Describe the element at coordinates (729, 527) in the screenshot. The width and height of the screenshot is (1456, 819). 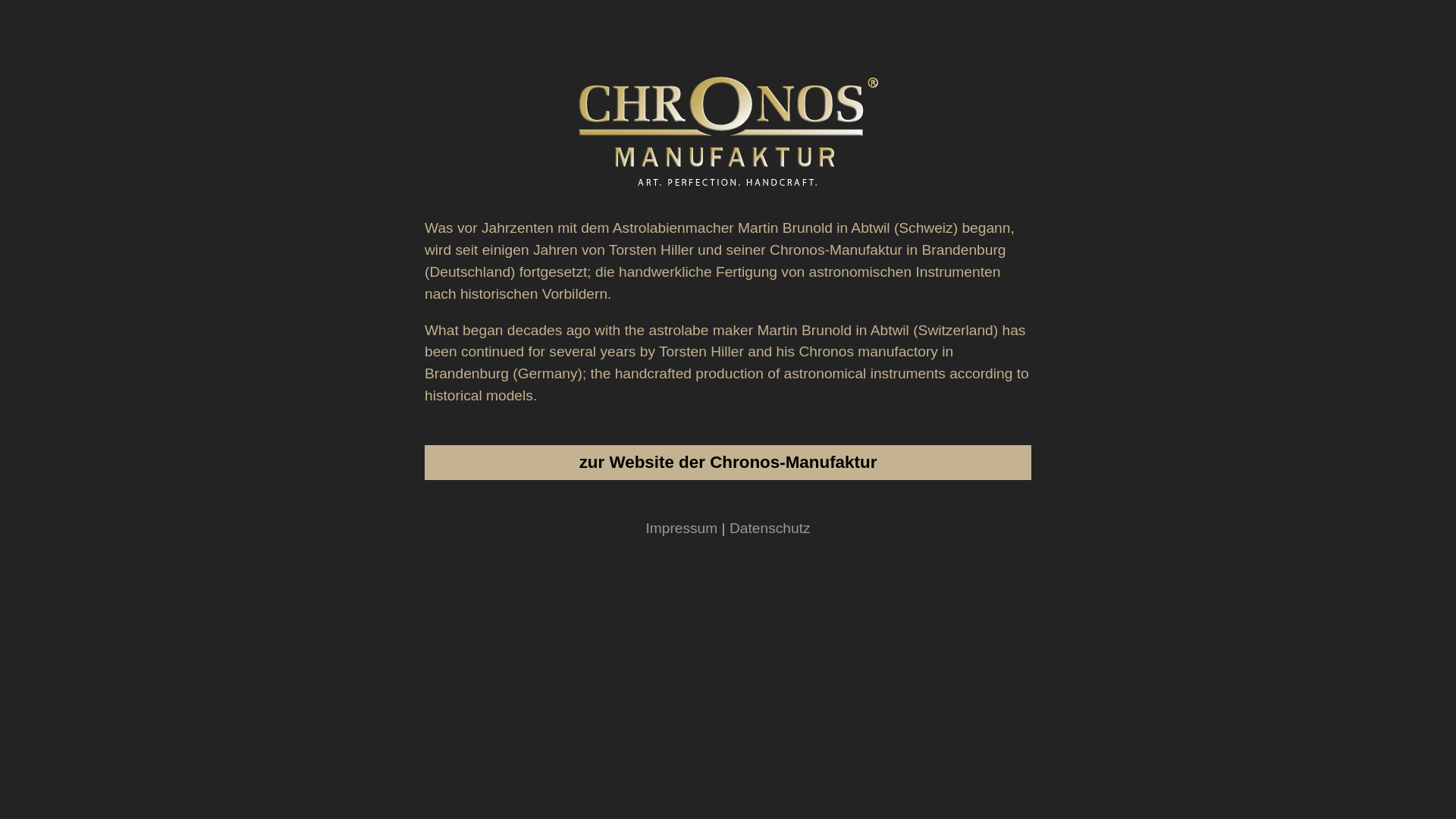
I see `'Datenschutz'` at that location.